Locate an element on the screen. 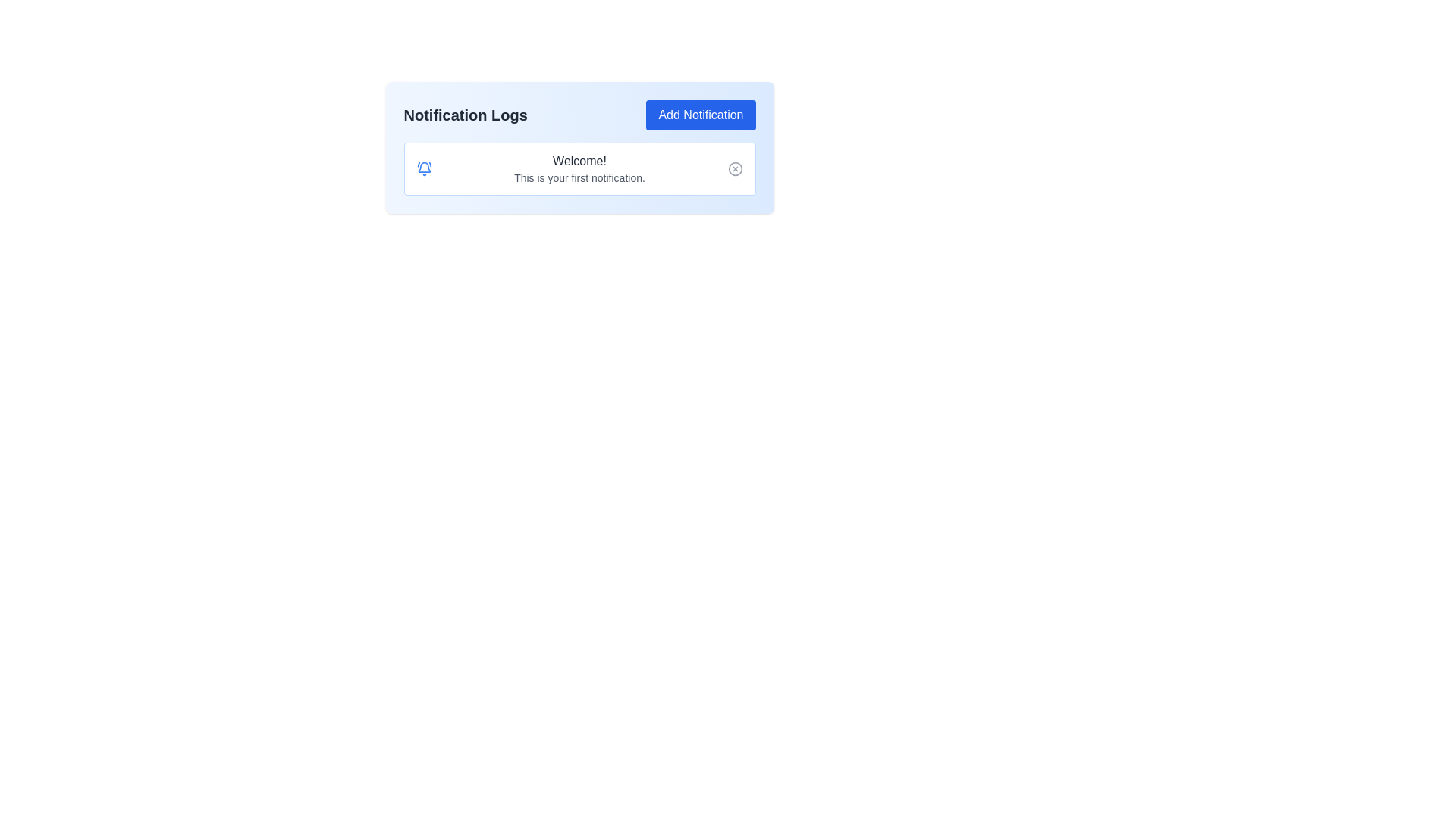 This screenshot has height=819, width=1456. the greeting message text label that serves as the heading for the notification section, positioned centrally above the sibling text element is located at coordinates (579, 161).